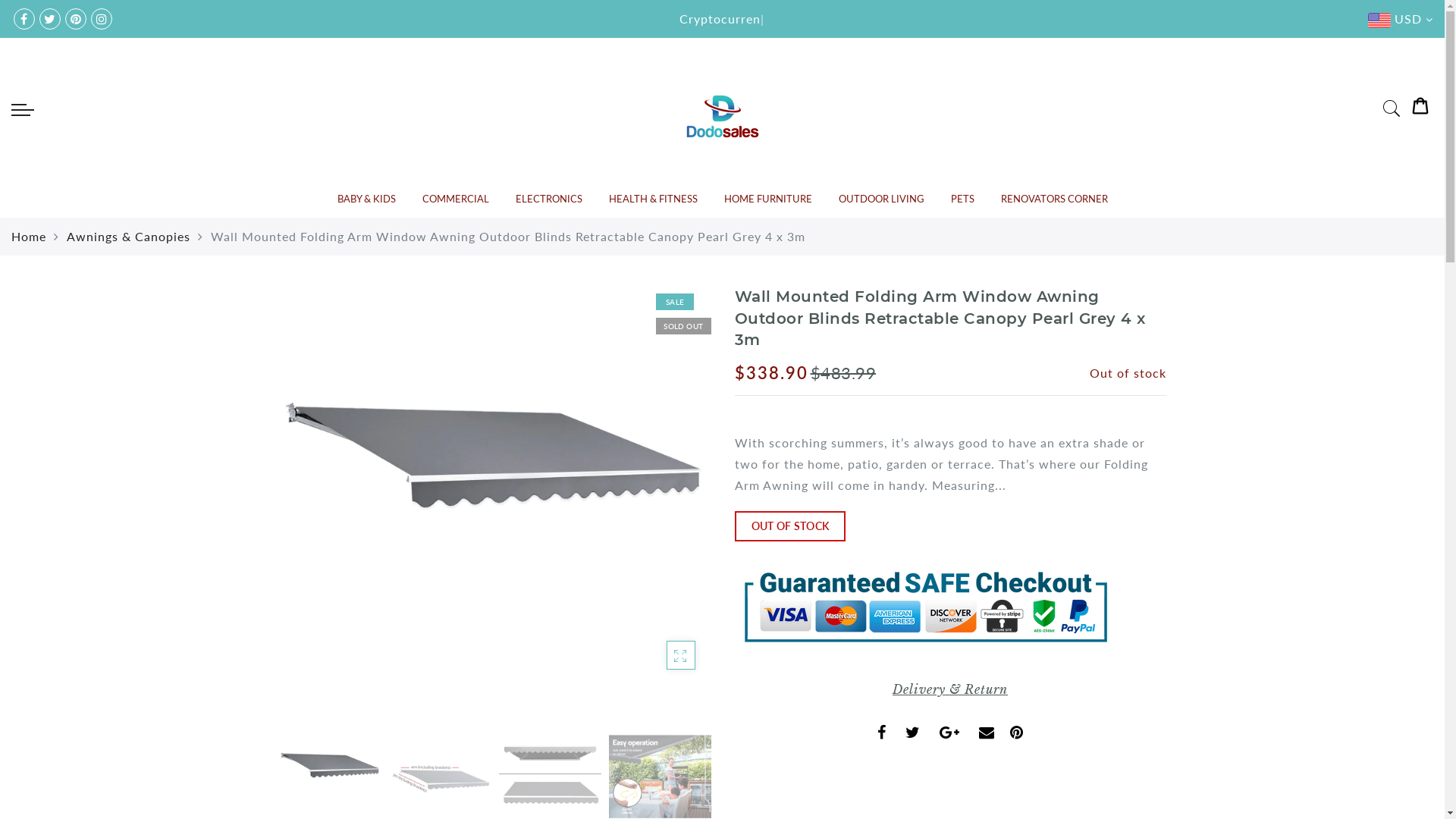 This screenshot has height=819, width=1456. Describe the element at coordinates (652, 198) in the screenshot. I see `'HEALTH & FITNESS'` at that location.